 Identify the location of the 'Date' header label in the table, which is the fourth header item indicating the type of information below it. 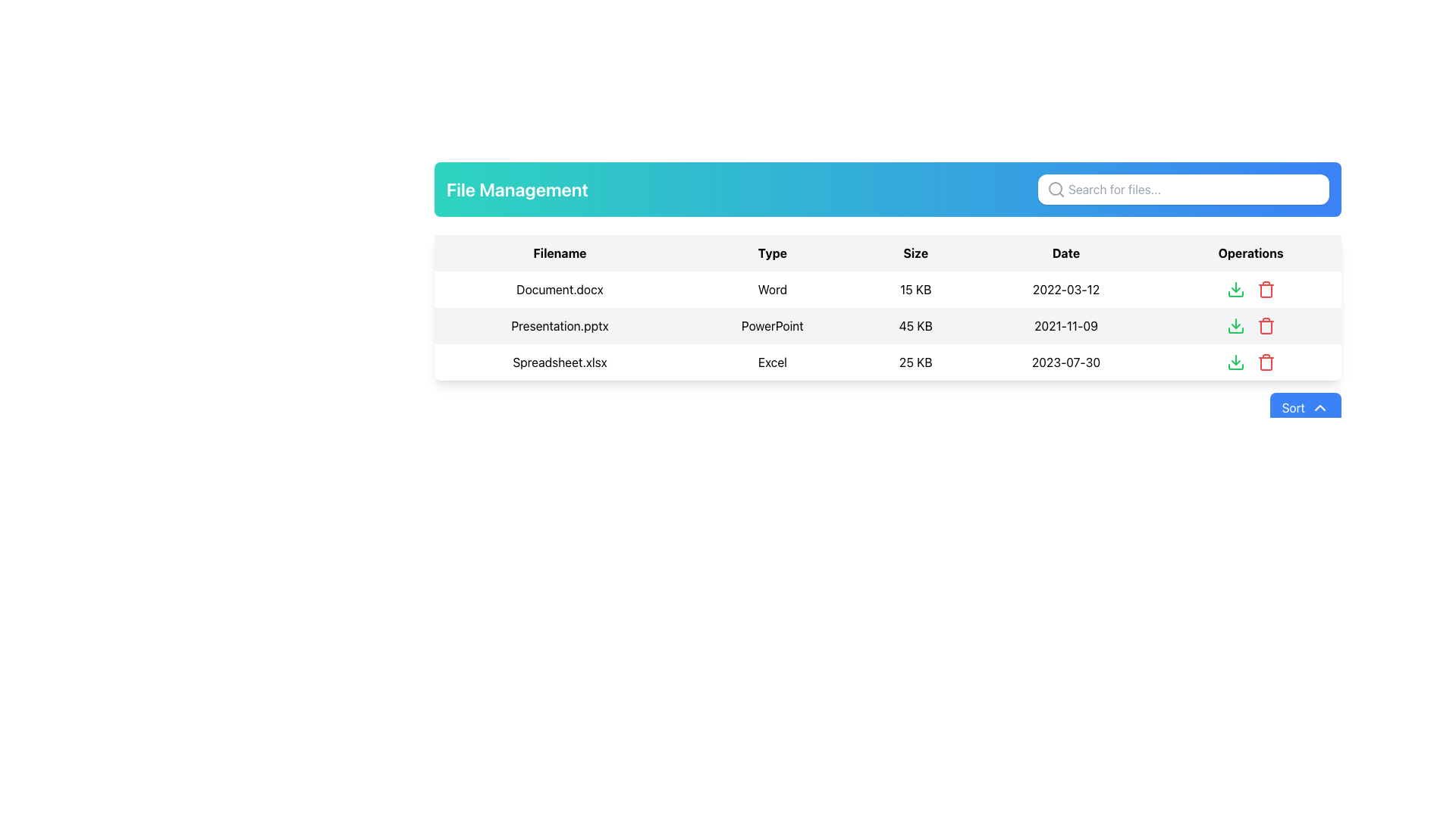
(1065, 253).